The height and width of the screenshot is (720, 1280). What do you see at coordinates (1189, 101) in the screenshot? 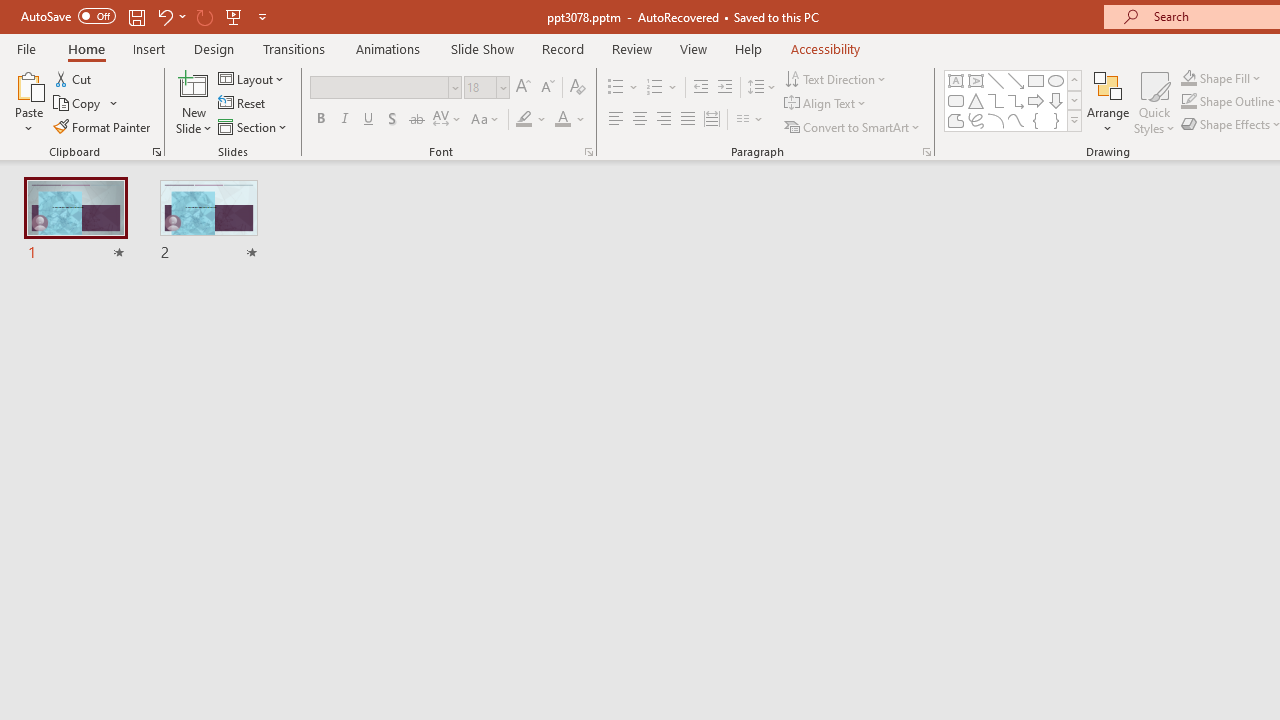
I see `'Shape Outline Green, Accent 1'` at bounding box center [1189, 101].